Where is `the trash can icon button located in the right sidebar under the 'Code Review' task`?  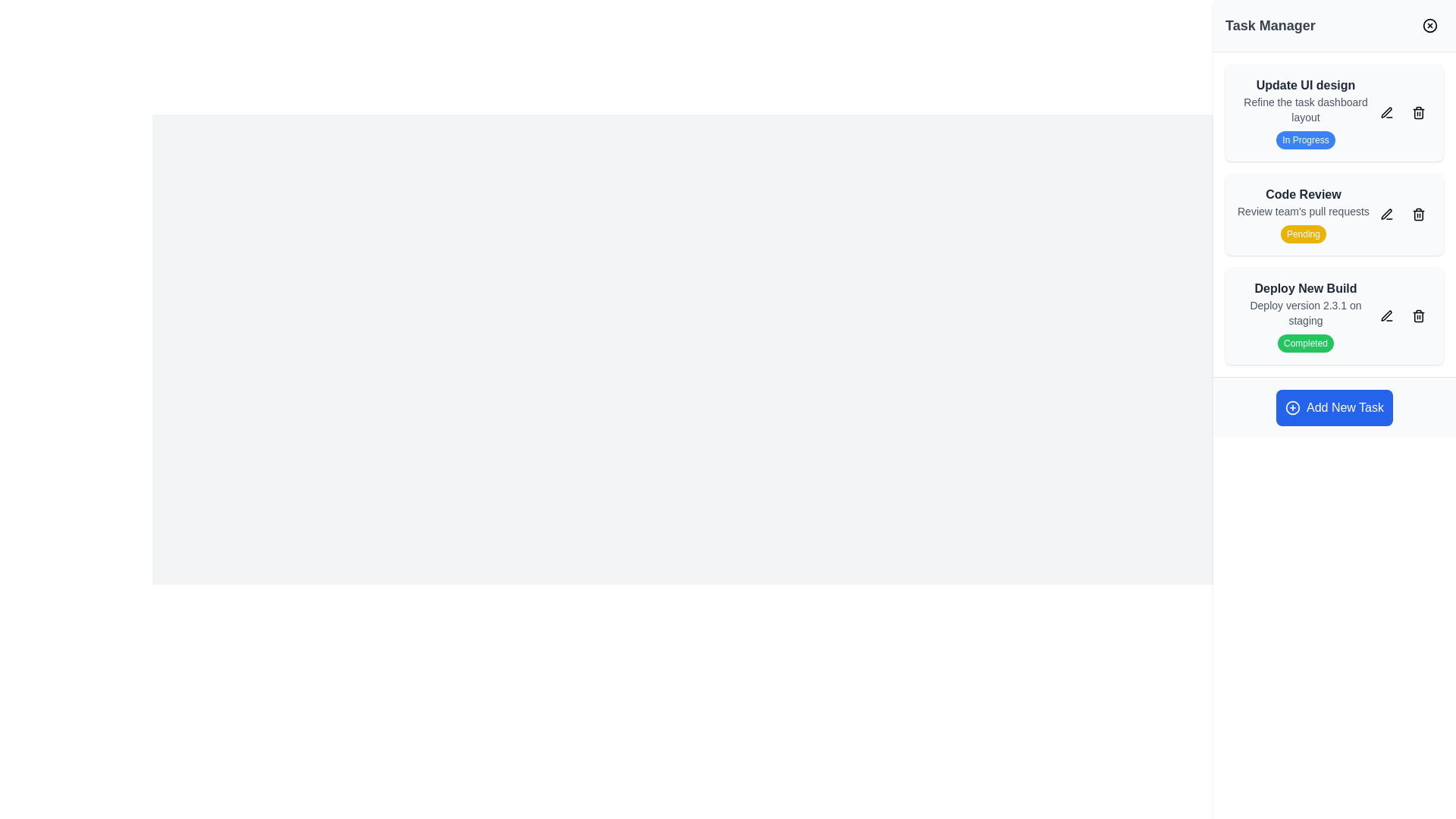 the trash can icon button located in the right sidebar under the 'Code Review' task is located at coordinates (1418, 214).